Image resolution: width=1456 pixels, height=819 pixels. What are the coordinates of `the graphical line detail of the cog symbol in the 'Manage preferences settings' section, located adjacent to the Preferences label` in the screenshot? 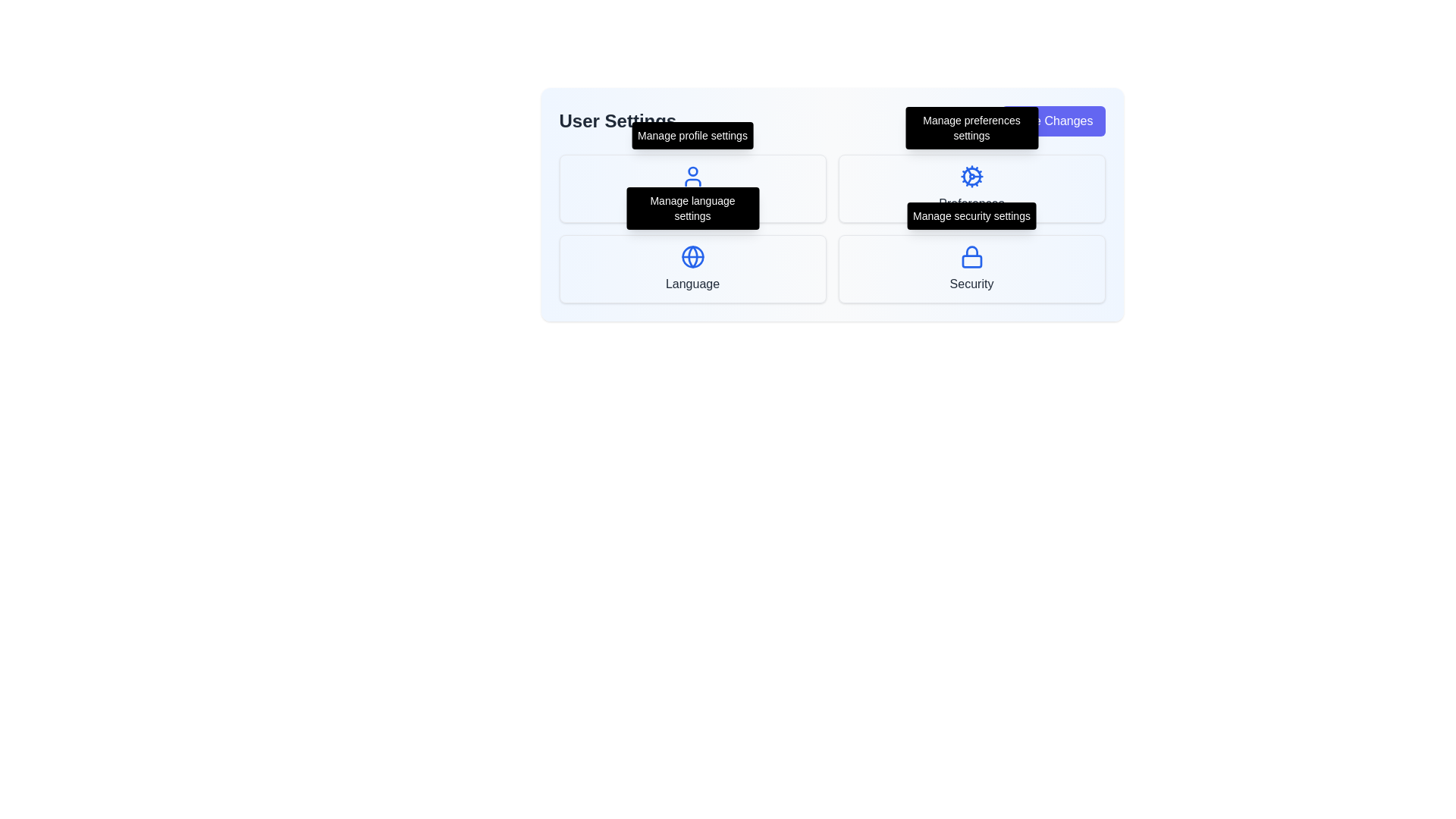 It's located at (968, 171).